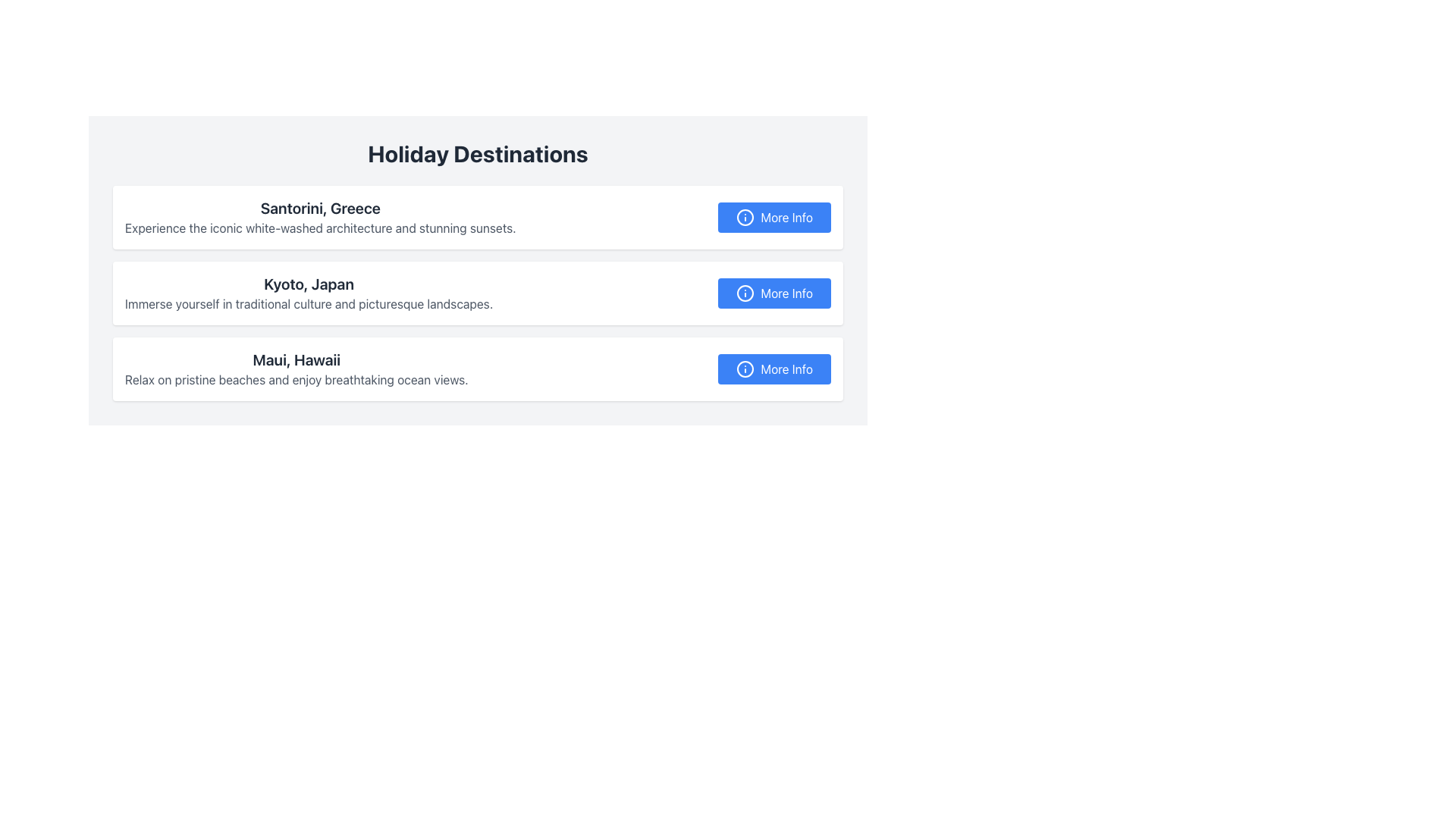  Describe the element at coordinates (745, 369) in the screenshot. I see `the circular 'More Info' icon located on the right side of the 'More Info' button for the 'Maui, Hawaii' destination` at that location.